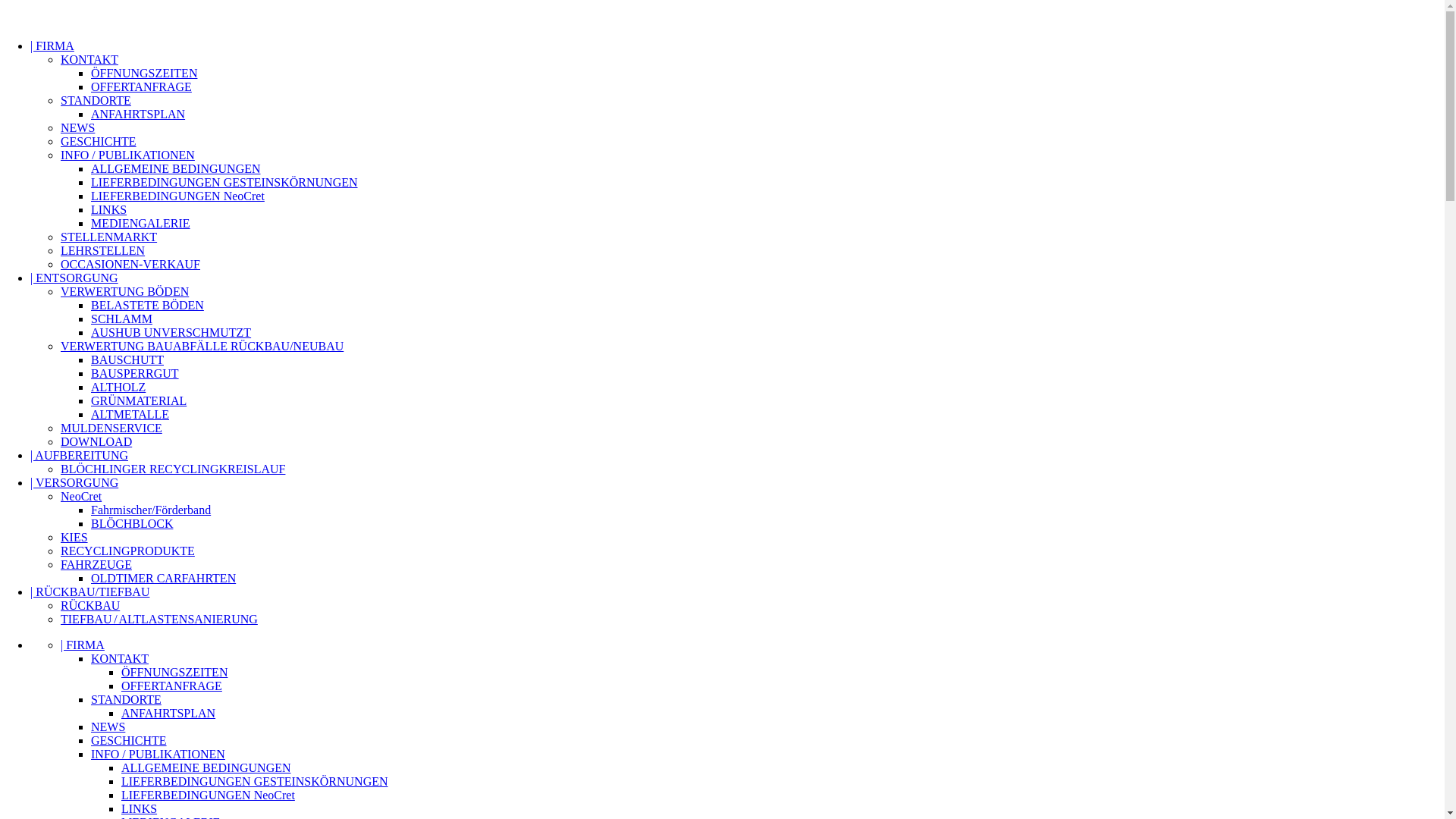 Image resolution: width=1456 pixels, height=819 pixels. I want to click on 'KONTAKT', so click(89, 58).